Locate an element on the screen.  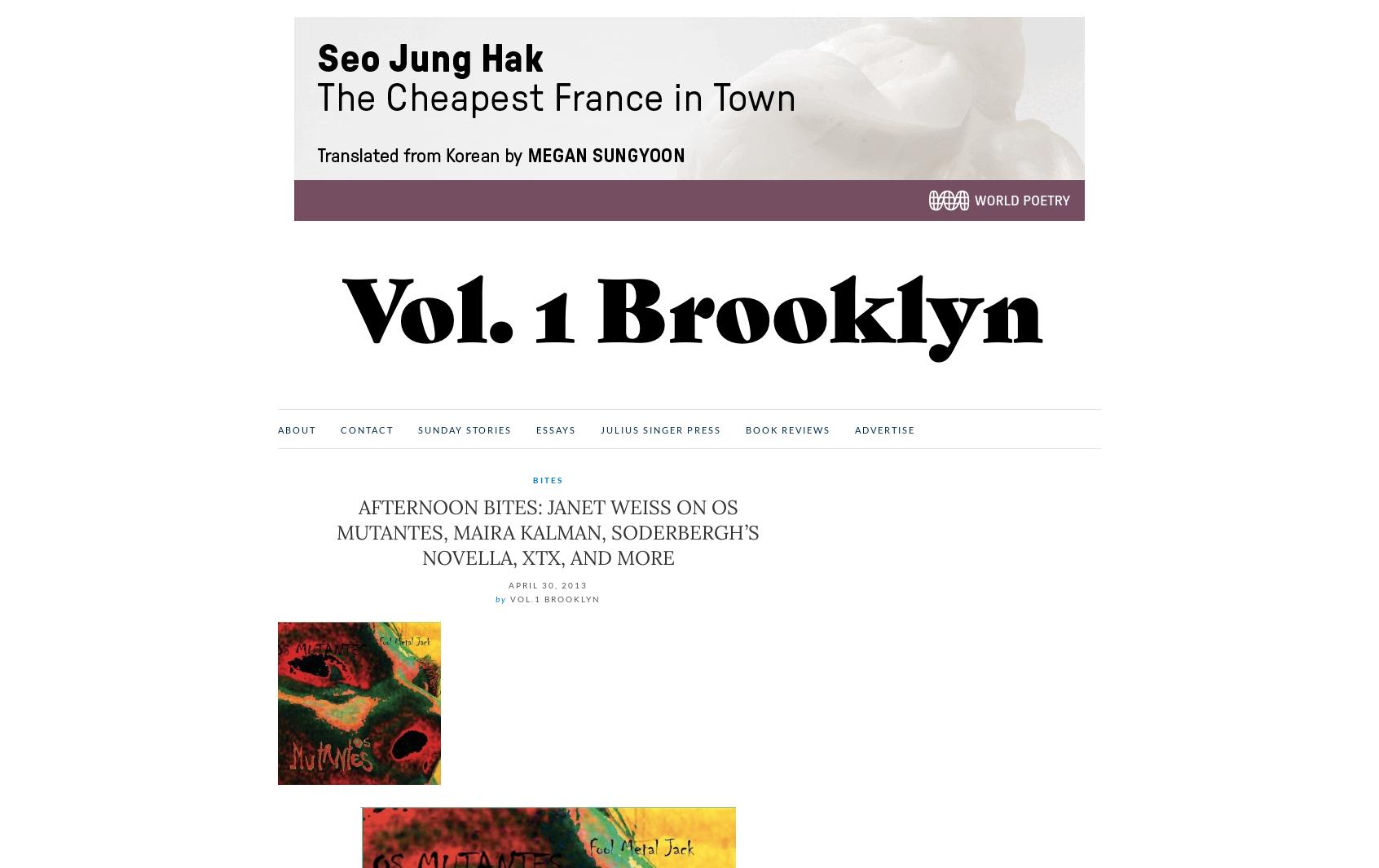
'Julius Singer Press' is located at coordinates (660, 429).